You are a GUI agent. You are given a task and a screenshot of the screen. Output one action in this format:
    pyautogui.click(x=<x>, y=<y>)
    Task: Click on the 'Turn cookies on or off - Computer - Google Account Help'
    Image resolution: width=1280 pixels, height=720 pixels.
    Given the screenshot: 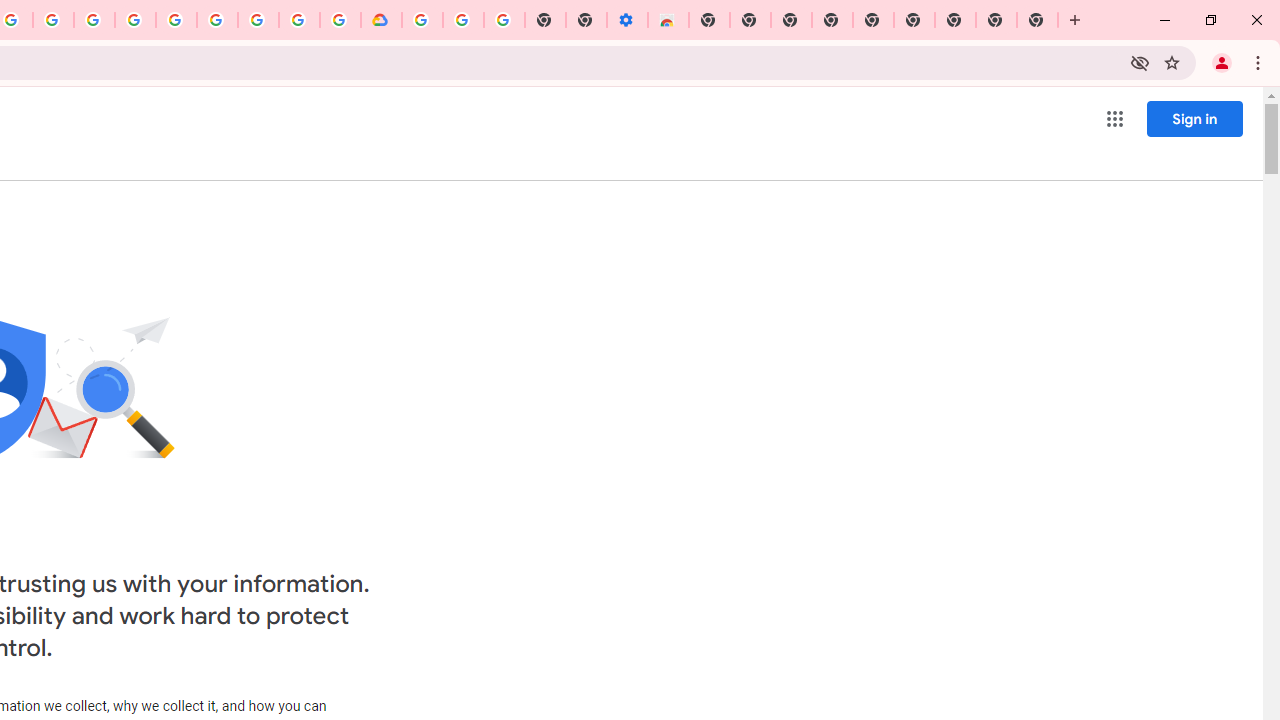 What is the action you would take?
    pyautogui.click(x=504, y=20)
    